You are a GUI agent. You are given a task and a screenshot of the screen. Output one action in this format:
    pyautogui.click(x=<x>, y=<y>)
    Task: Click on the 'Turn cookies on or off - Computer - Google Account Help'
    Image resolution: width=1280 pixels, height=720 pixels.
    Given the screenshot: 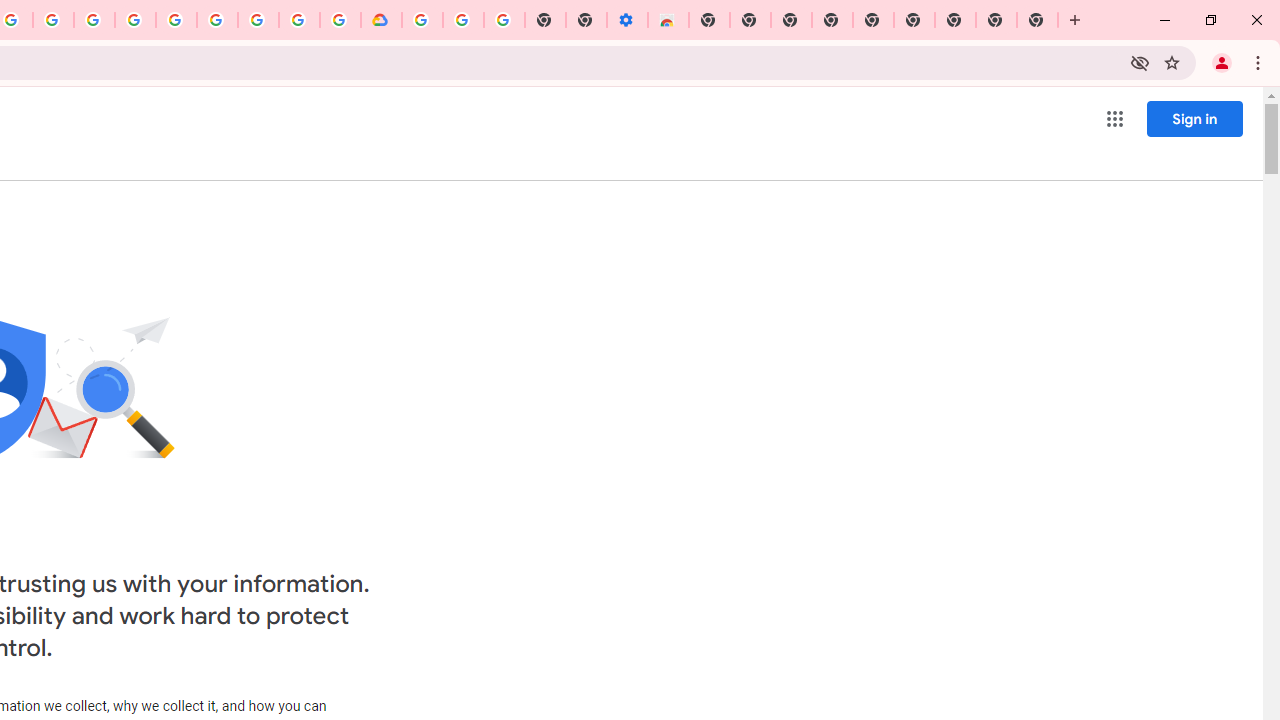 What is the action you would take?
    pyautogui.click(x=504, y=20)
    